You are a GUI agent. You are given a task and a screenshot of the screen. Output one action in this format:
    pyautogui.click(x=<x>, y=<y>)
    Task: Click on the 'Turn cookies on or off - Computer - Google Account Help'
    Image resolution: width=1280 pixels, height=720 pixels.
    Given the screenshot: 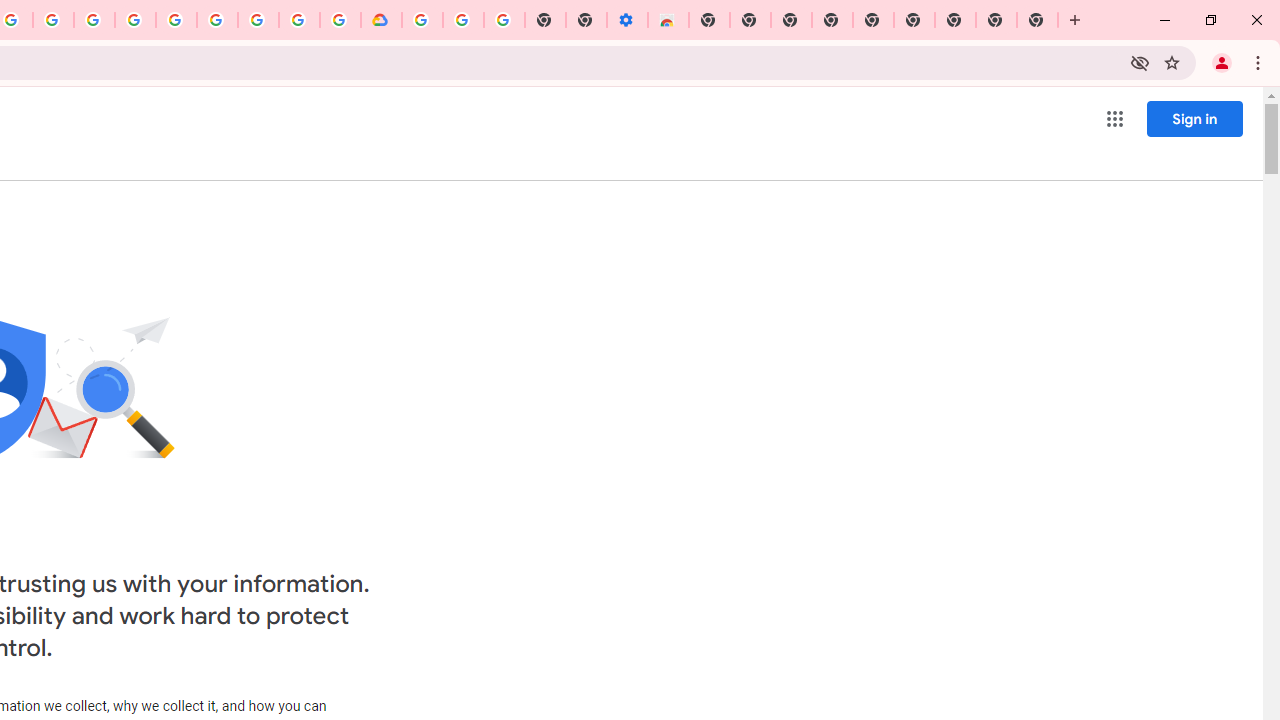 What is the action you would take?
    pyautogui.click(x=504, y=20)
    